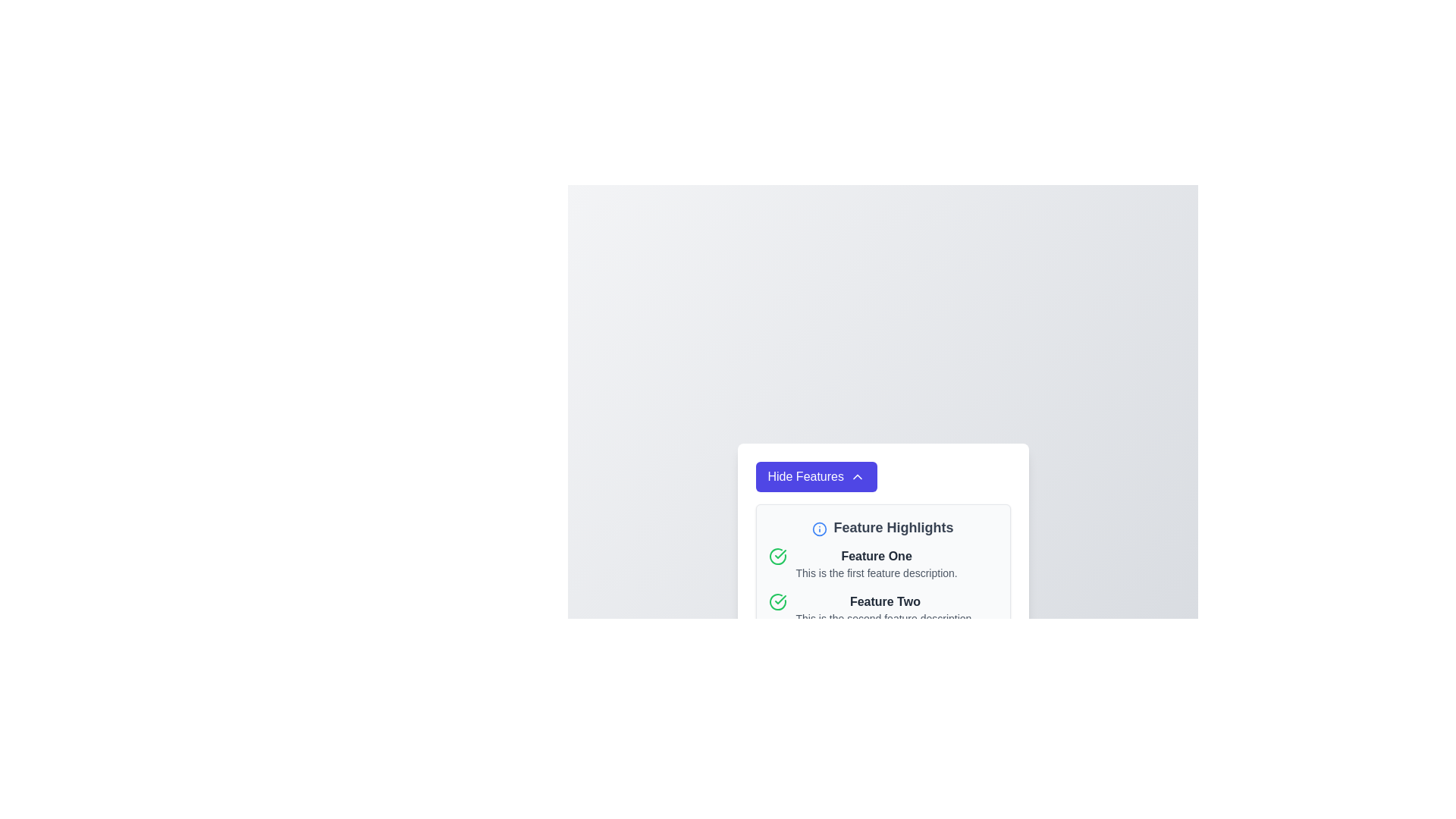 The width and height of the screenshot is (1456, 819). What do you see at coordinates (883, 526) in the screenshot?
I see `header labeled 'Feature Highlights' which is centered and bold, positioned below the 'Hide Features' button` at bounding box center [883, 526].